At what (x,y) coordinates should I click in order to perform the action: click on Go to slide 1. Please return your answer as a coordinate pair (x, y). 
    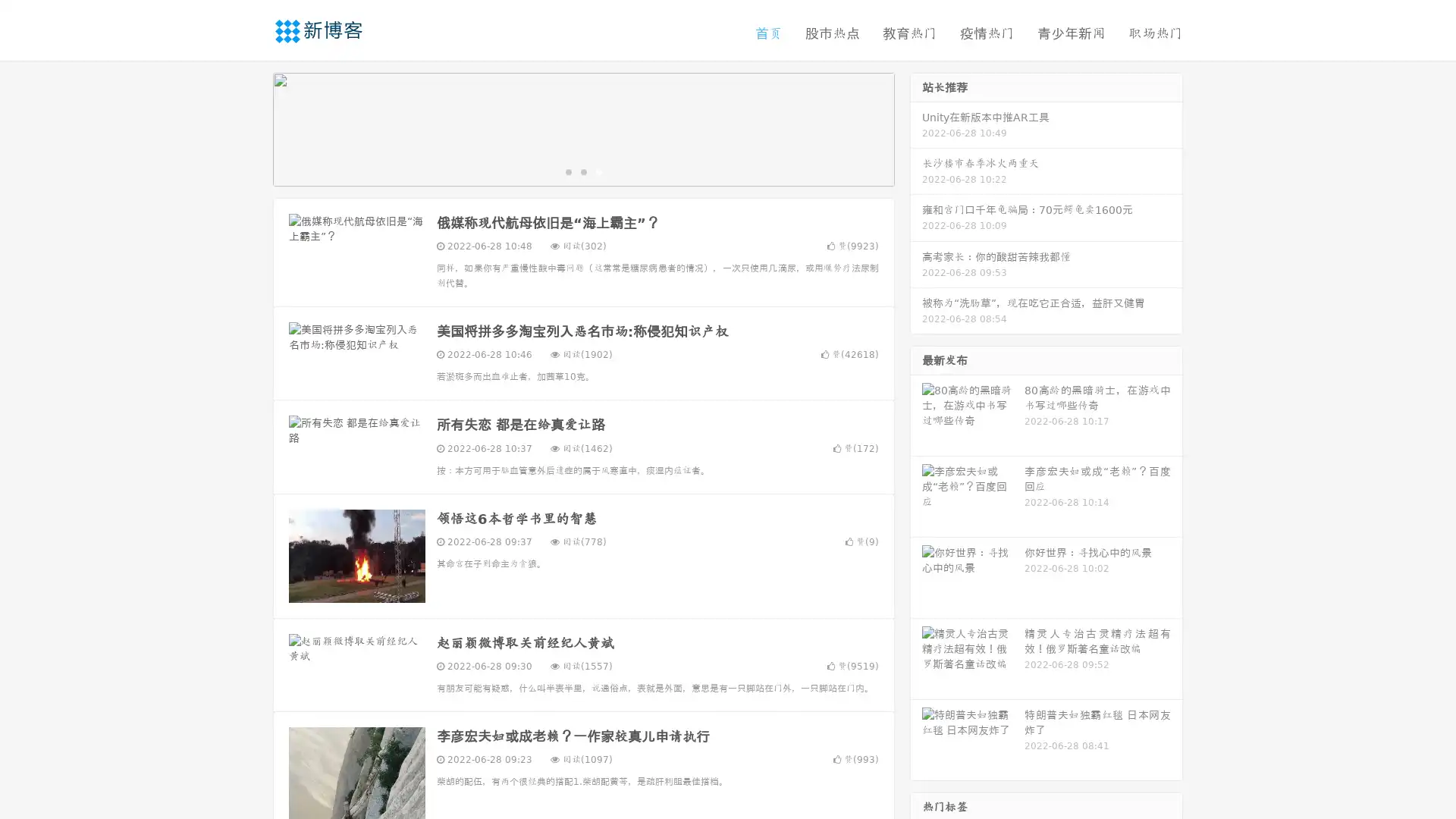
    Looking at the image, I should click on (567, 171).